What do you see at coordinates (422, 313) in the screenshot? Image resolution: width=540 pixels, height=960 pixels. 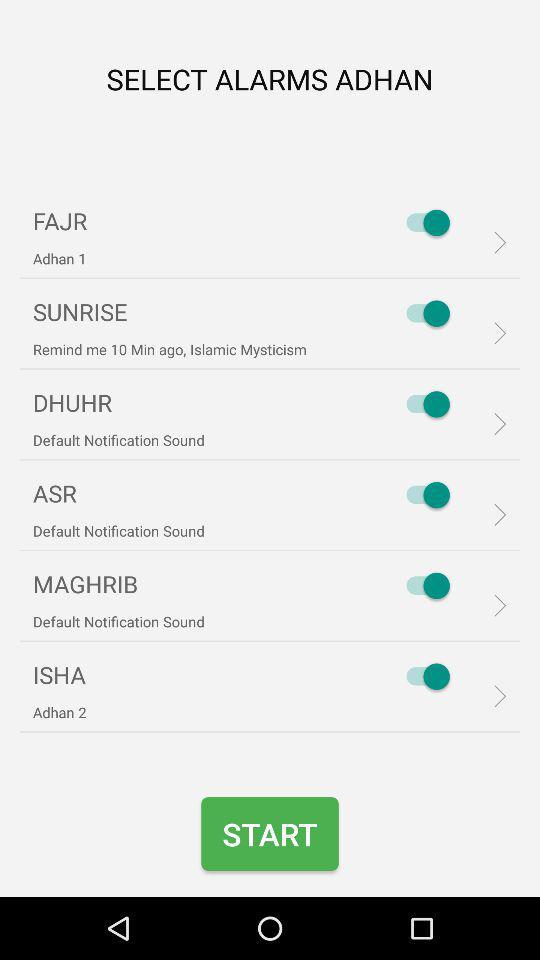 I see `the item to the right of remind me 10 icon` at bounding box center [422, 313].